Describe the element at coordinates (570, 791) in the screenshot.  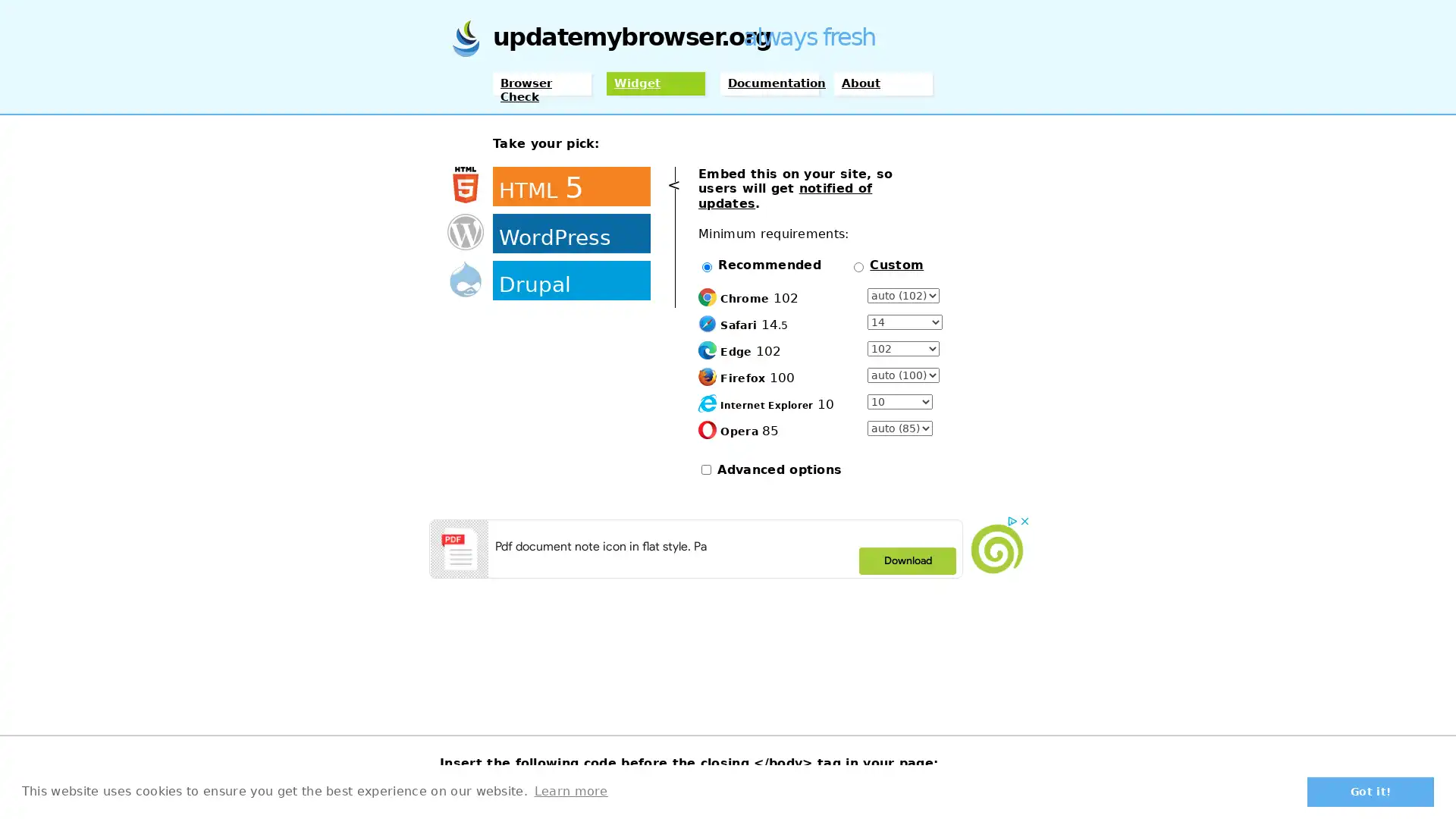
I see `learn more about cookies` at that location.